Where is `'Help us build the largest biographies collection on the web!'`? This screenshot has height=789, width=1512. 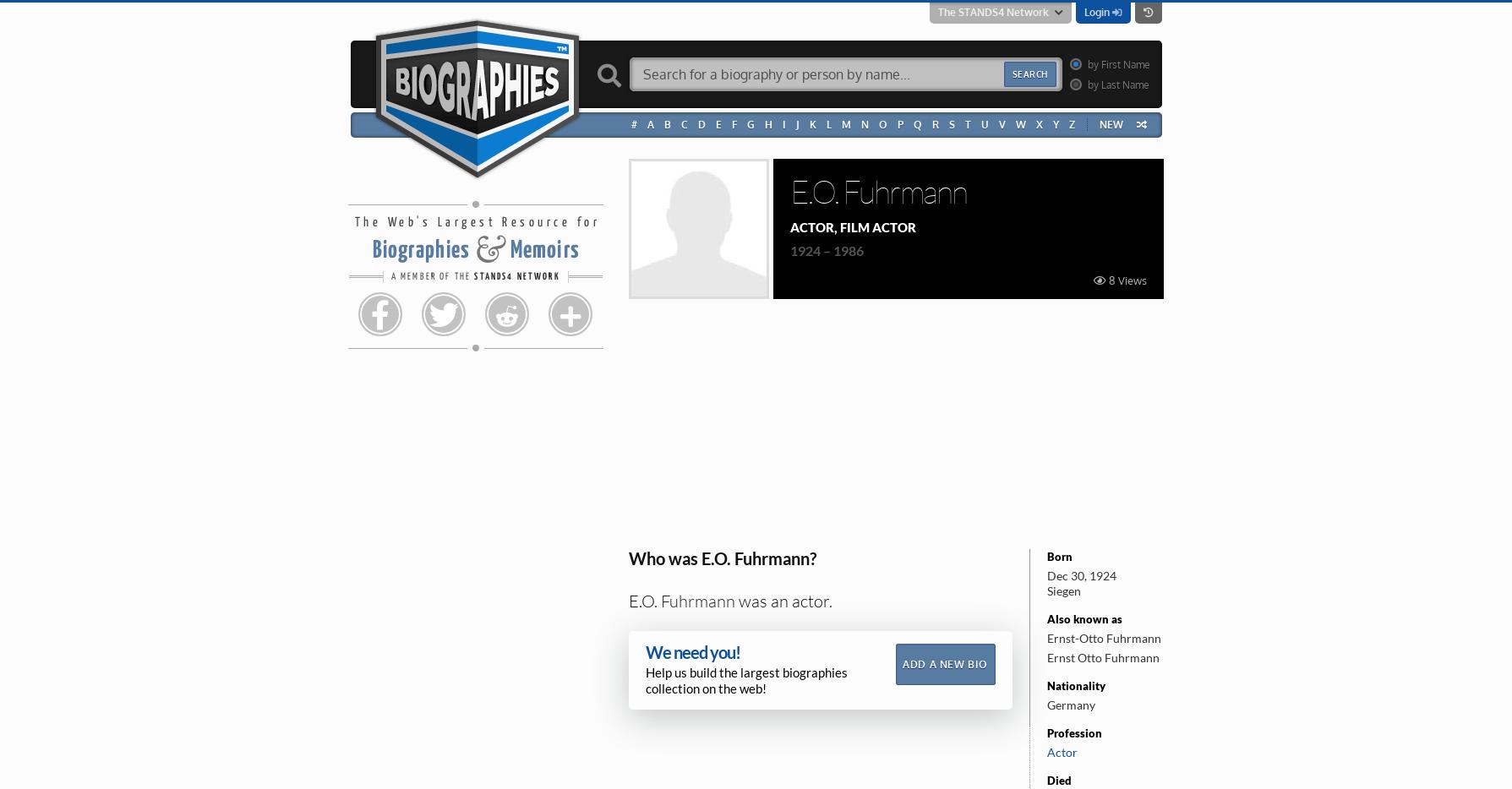
'Help us build the largest biographies collection on the web!' is located at coordinates (745, 680).